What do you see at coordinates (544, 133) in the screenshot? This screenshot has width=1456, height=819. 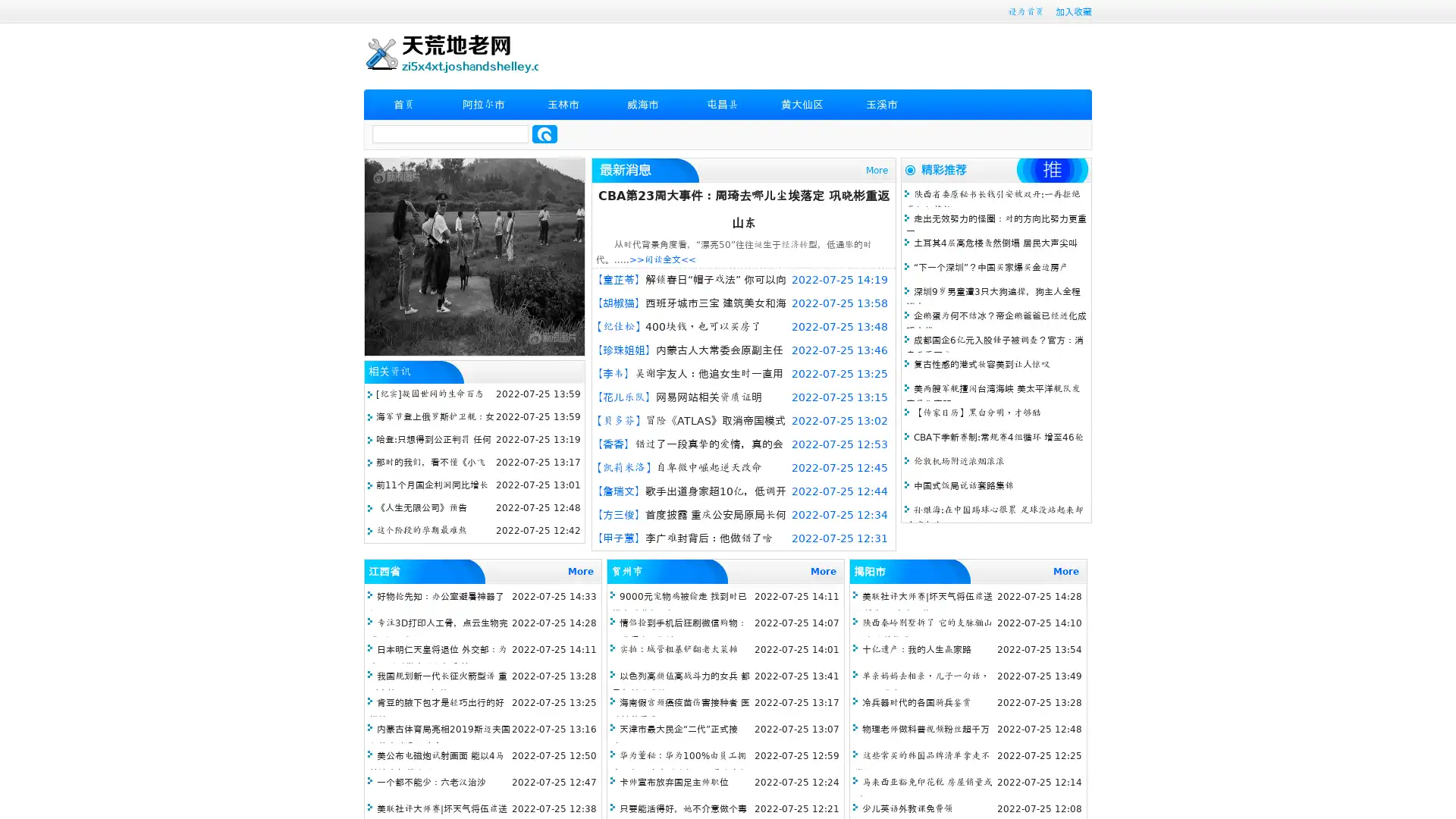 I see `Search` at bounding box center [544, 133].